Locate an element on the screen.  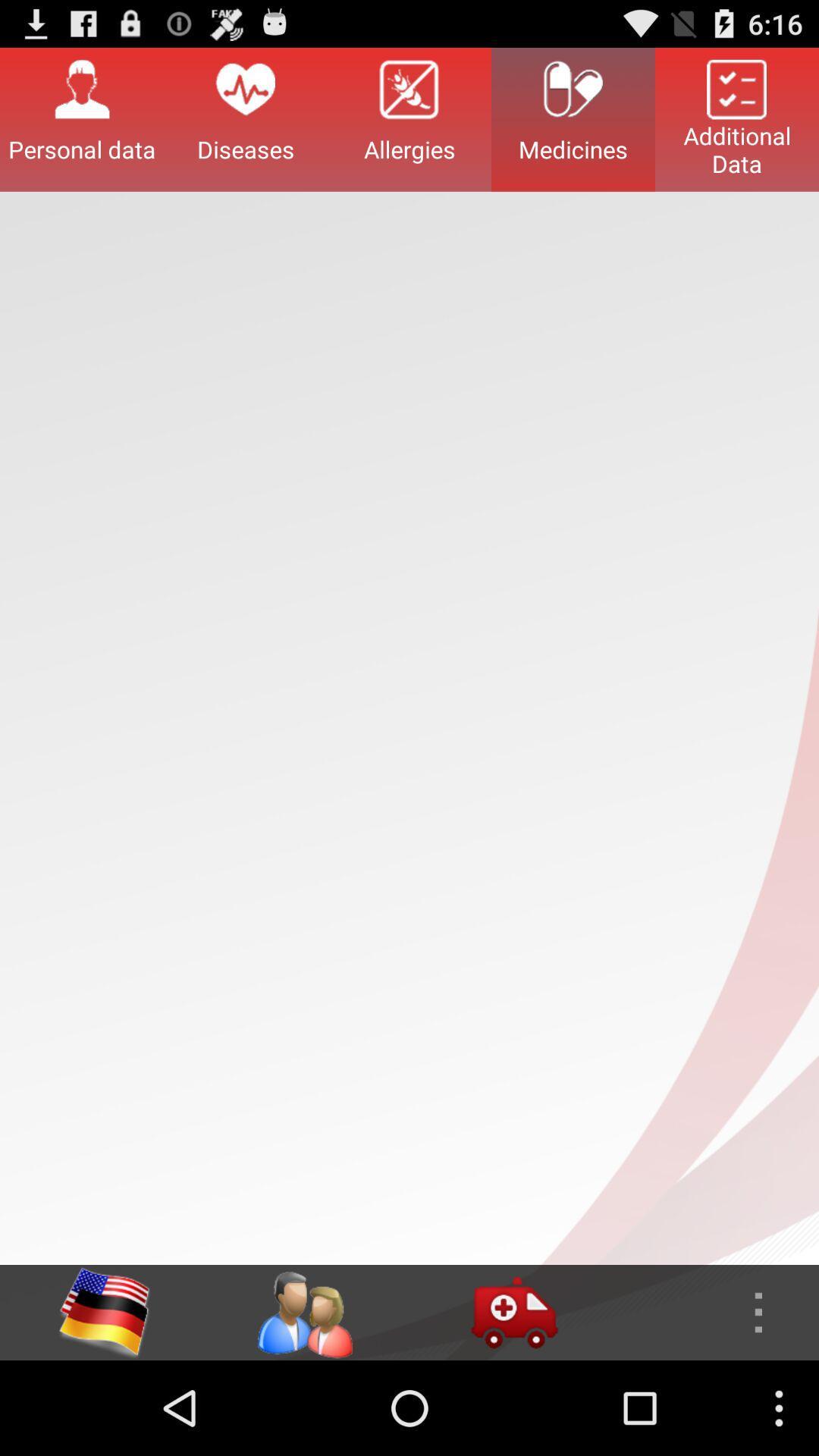
button to the right of the diseases icon is located at coordinates (409, 118).